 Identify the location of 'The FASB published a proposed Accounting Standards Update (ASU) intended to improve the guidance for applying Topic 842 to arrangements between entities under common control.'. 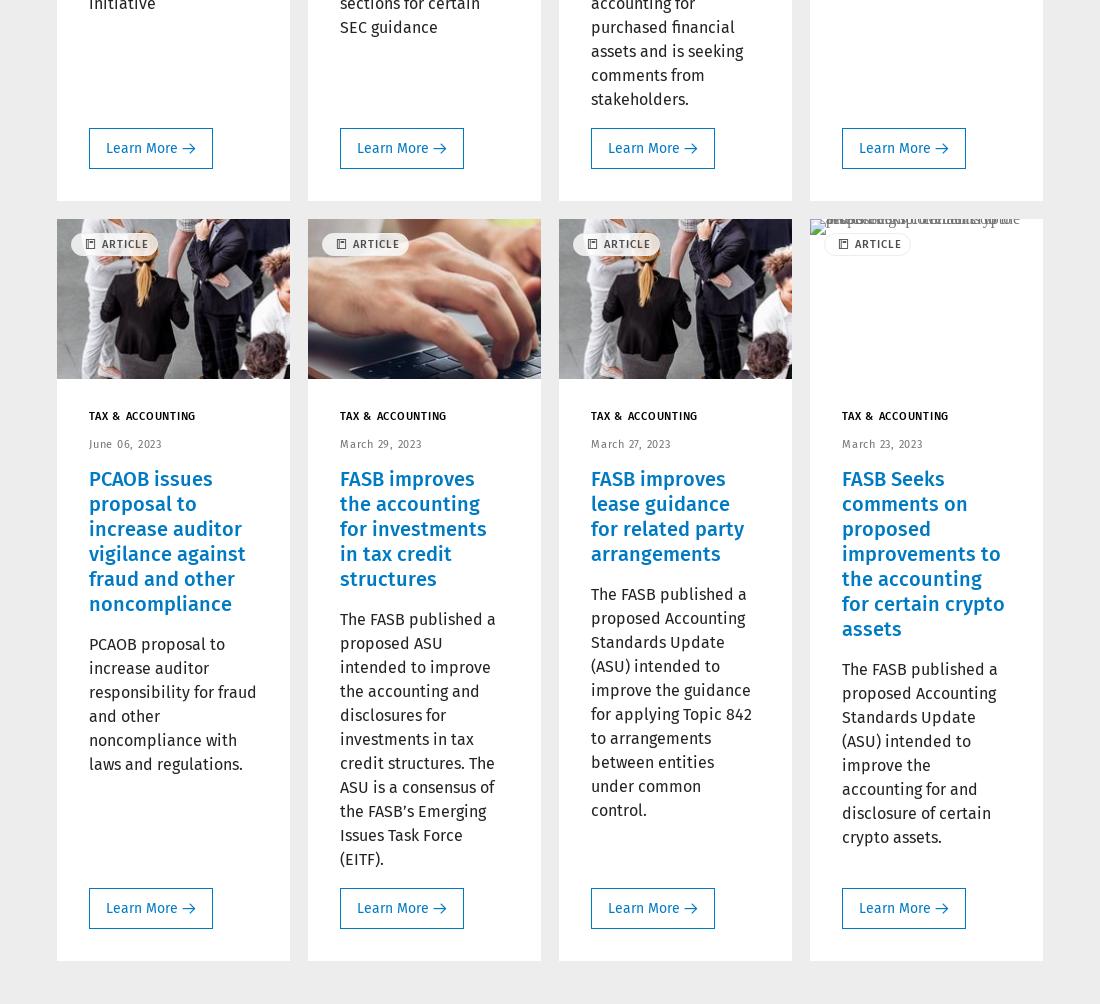
(590, 700).